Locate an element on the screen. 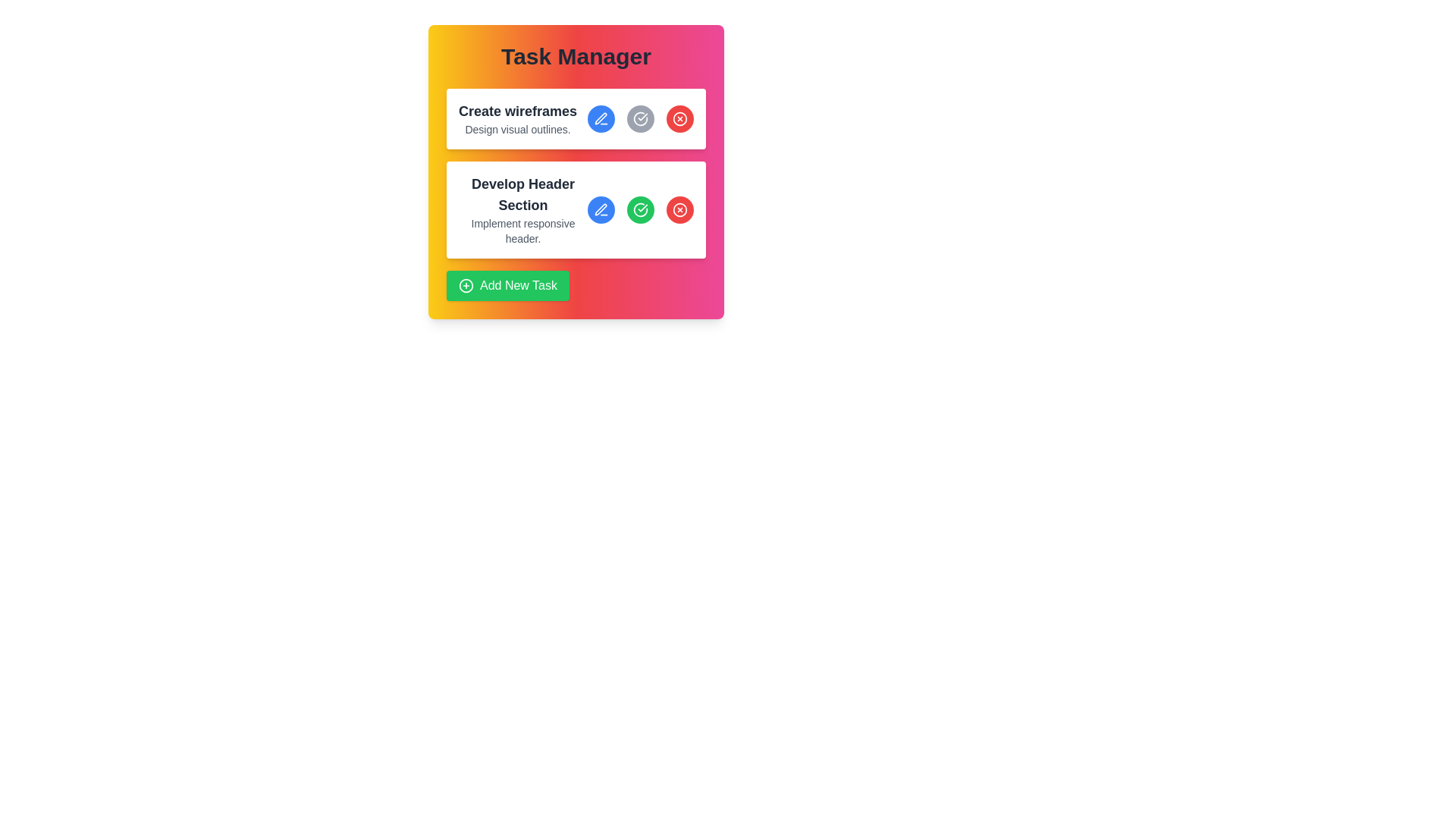 This screenshot has height=819, width=1456. the deletion or cancellation button icon, which is the third icon in the horizontal set to the right of 'Develop Header Section' is located at coordinates (679, 118).